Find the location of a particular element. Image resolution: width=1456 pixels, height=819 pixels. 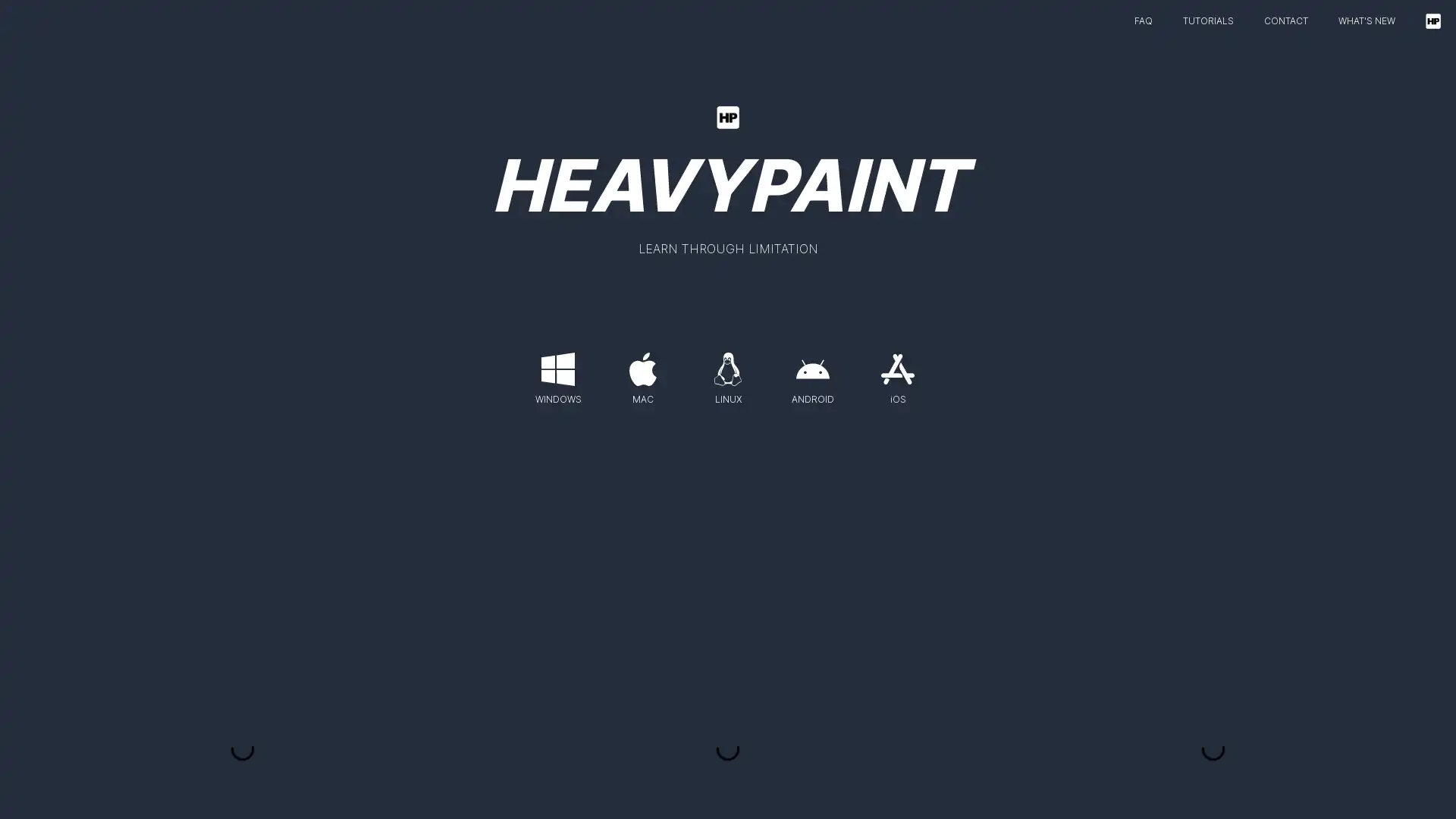

iOS is located at coordinates (898, 374).